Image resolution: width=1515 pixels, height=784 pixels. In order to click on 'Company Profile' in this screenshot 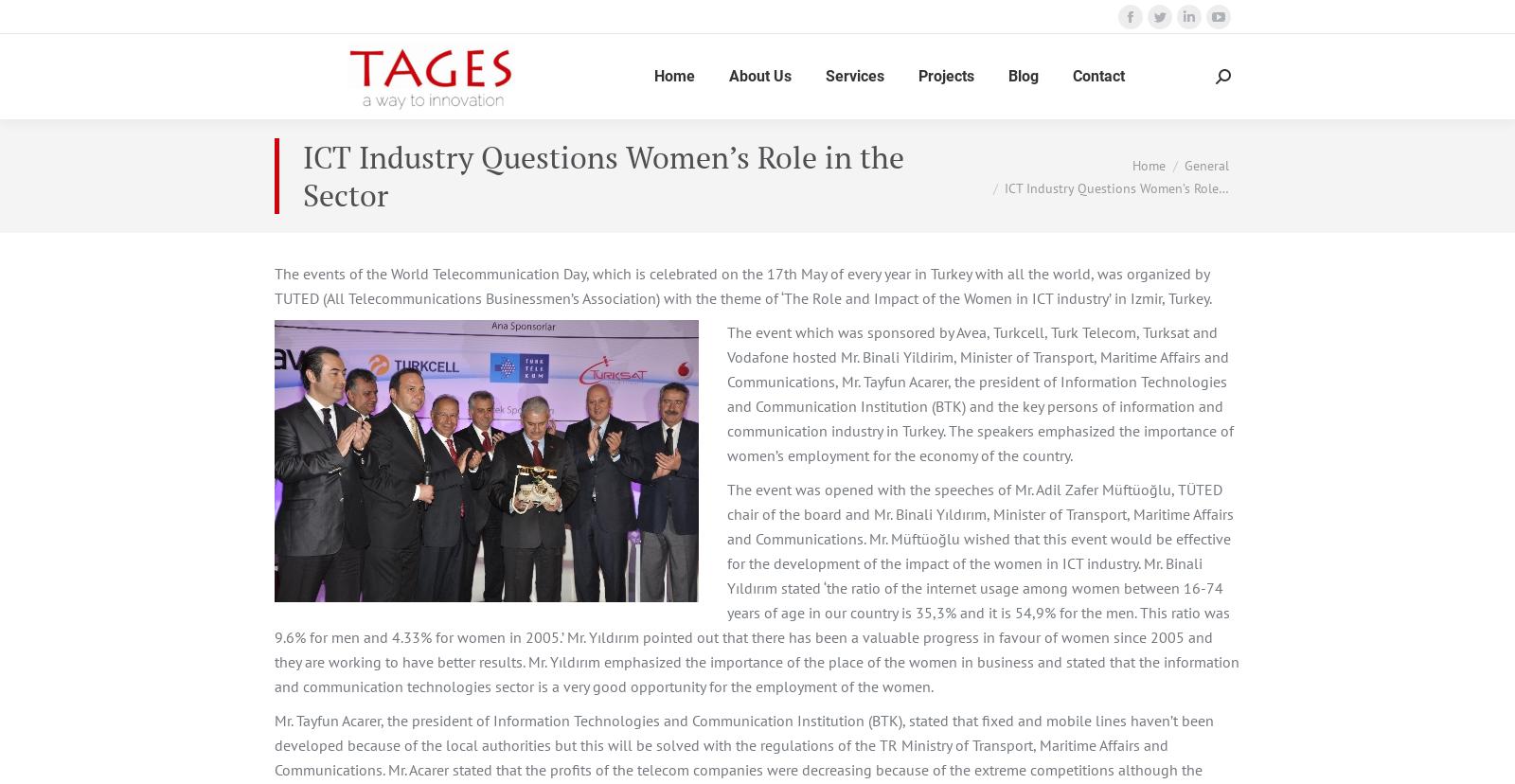, I will do `click(731, 145)`.